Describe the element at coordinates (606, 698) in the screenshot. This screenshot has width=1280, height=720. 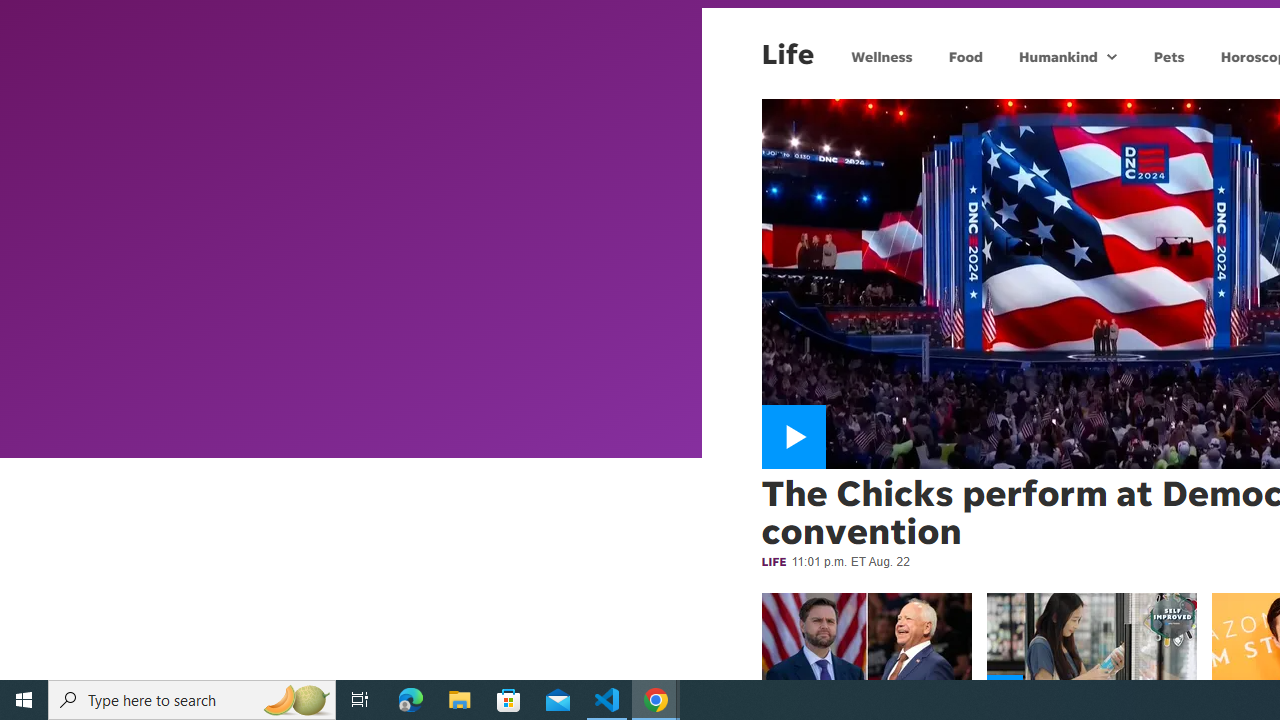
I see `'Visual Studio Code - 1 running window'` at that location.